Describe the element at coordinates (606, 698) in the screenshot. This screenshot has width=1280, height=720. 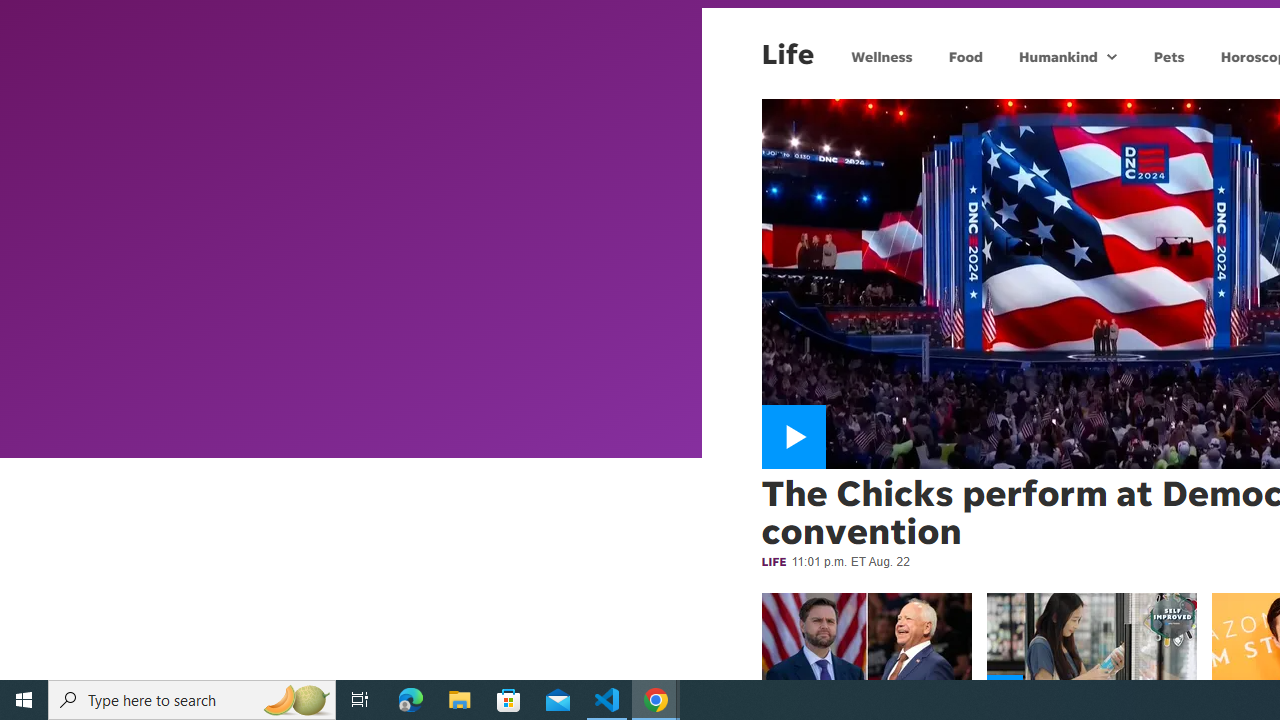
I see `'Visual Studio Code - 1 running window'` at that location.